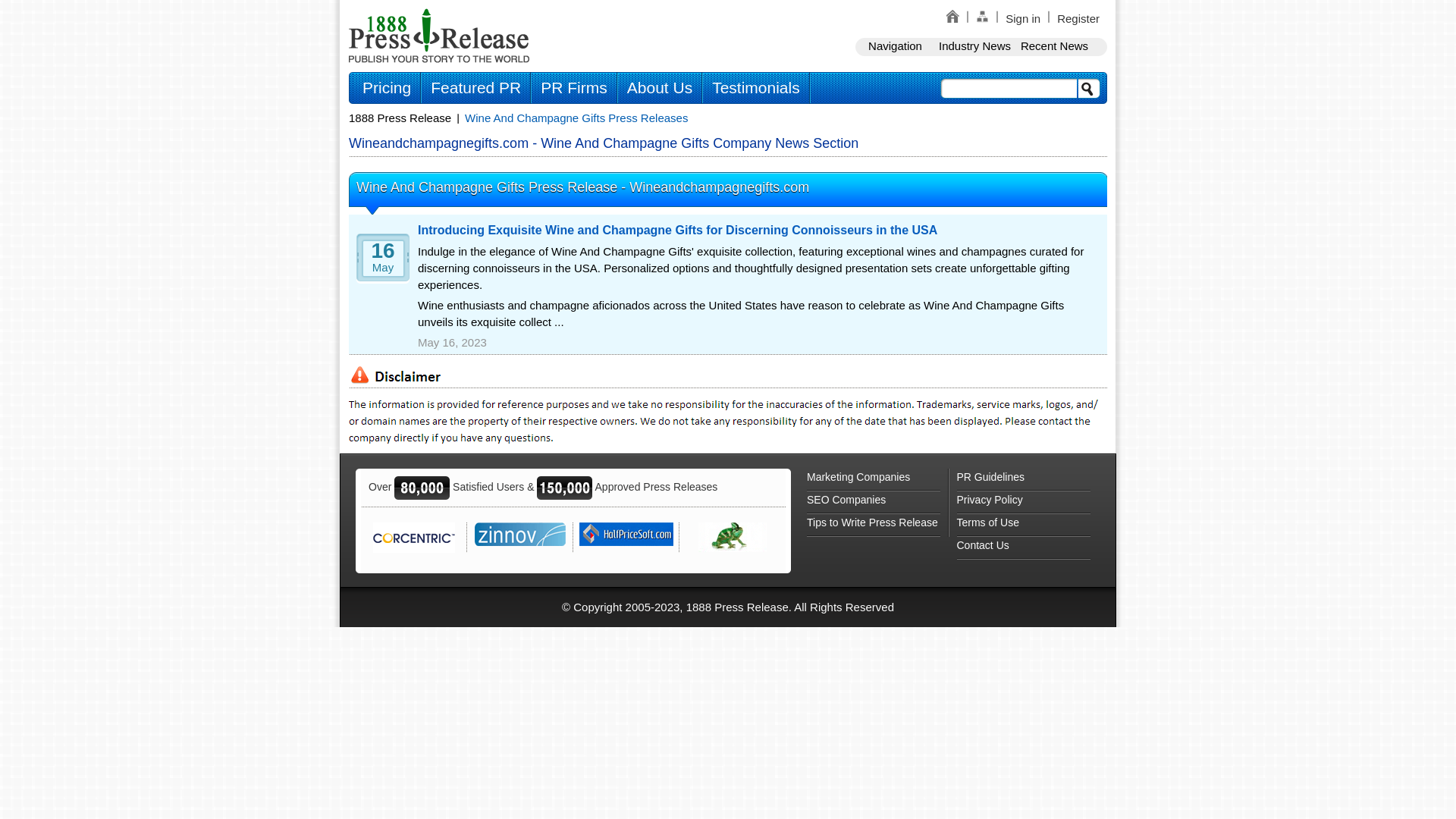  What do you see at coordinates (874, 525) in the screenshot?
I see `'Tips to Write Press Release'` at bounding box center [874, 525].